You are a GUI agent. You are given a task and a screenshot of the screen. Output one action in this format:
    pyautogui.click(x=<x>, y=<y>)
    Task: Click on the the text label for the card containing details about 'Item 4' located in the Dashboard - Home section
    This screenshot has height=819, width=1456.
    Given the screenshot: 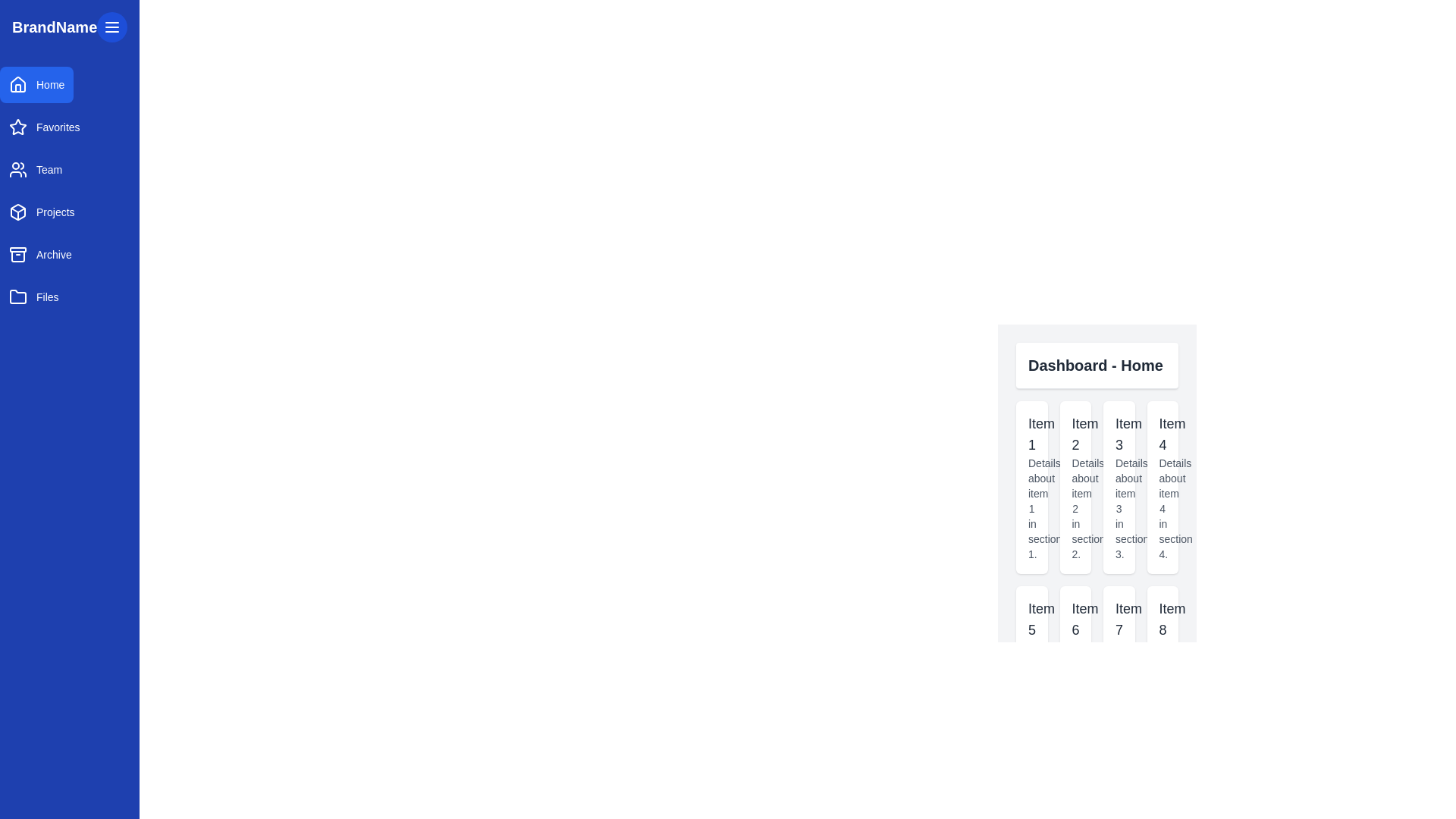 What is the action you would take?
    pyautogui.click(x=1162, y=435)
    